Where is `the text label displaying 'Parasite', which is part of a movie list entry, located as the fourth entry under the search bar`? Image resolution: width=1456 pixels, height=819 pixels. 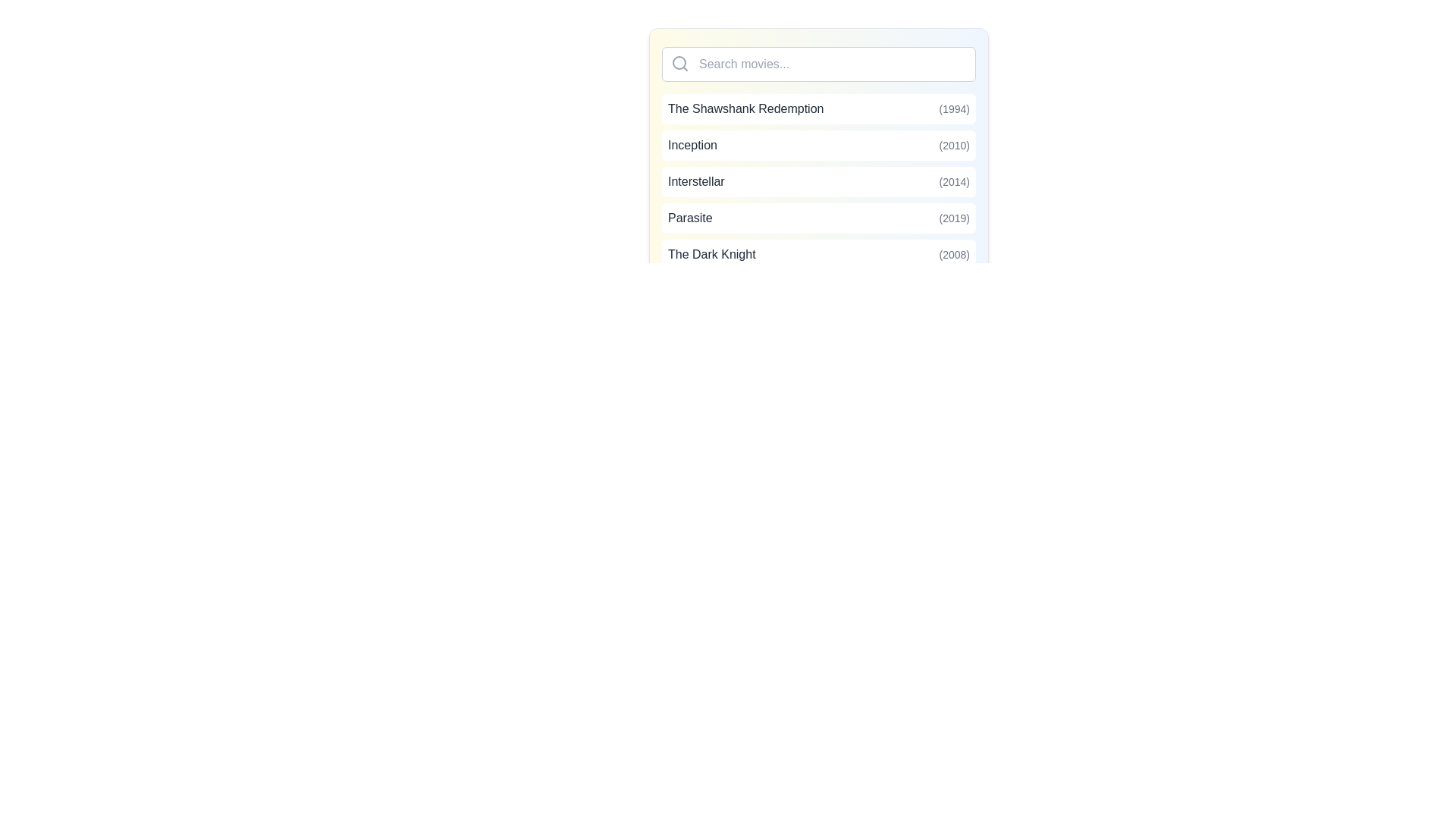
the text label displaying 'Parasite', which is part of a movie list entry, located as the fourth entry under the search bar is located at coordinates (689, 218).